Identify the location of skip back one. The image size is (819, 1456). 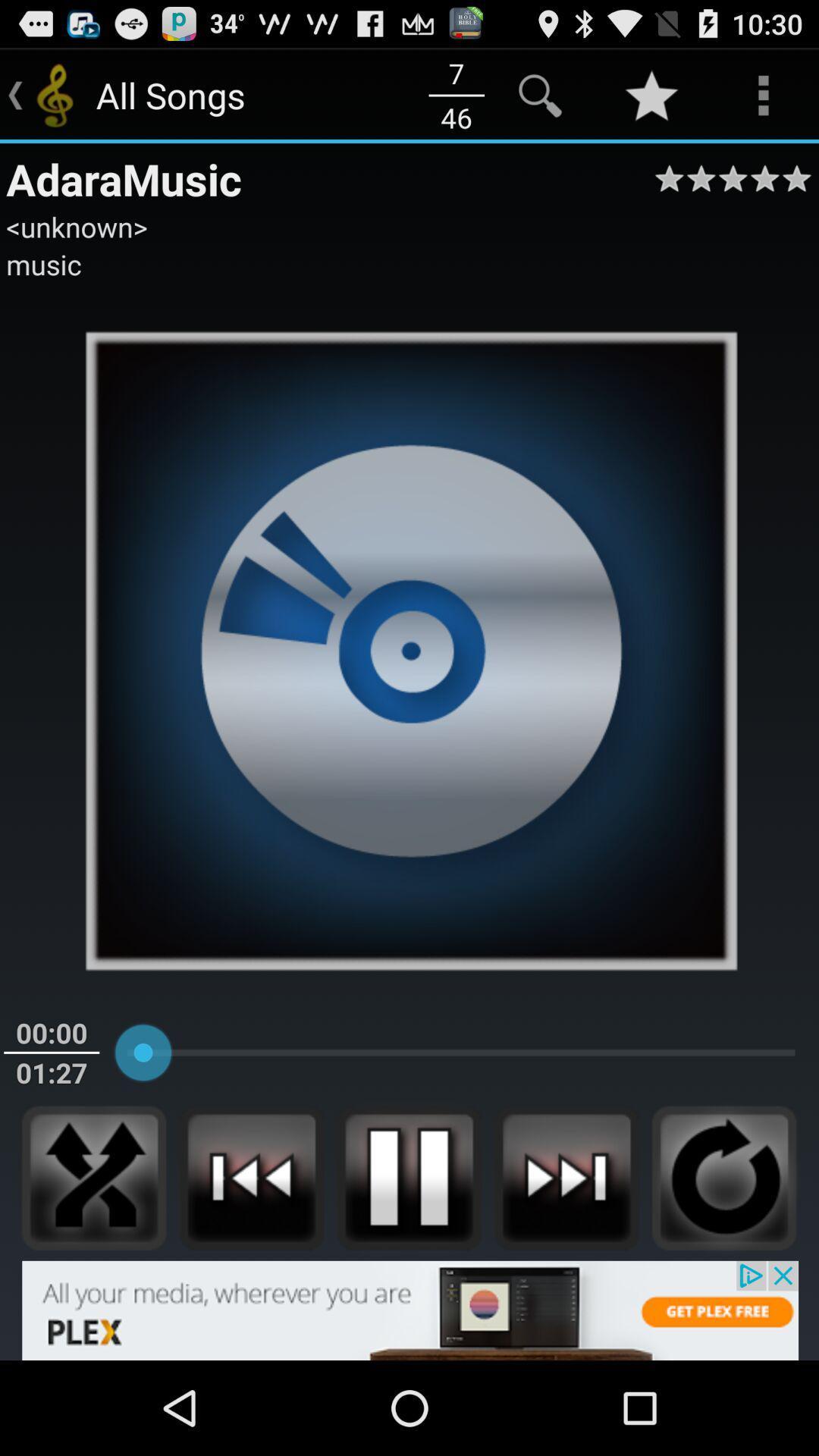
(250, 1177).